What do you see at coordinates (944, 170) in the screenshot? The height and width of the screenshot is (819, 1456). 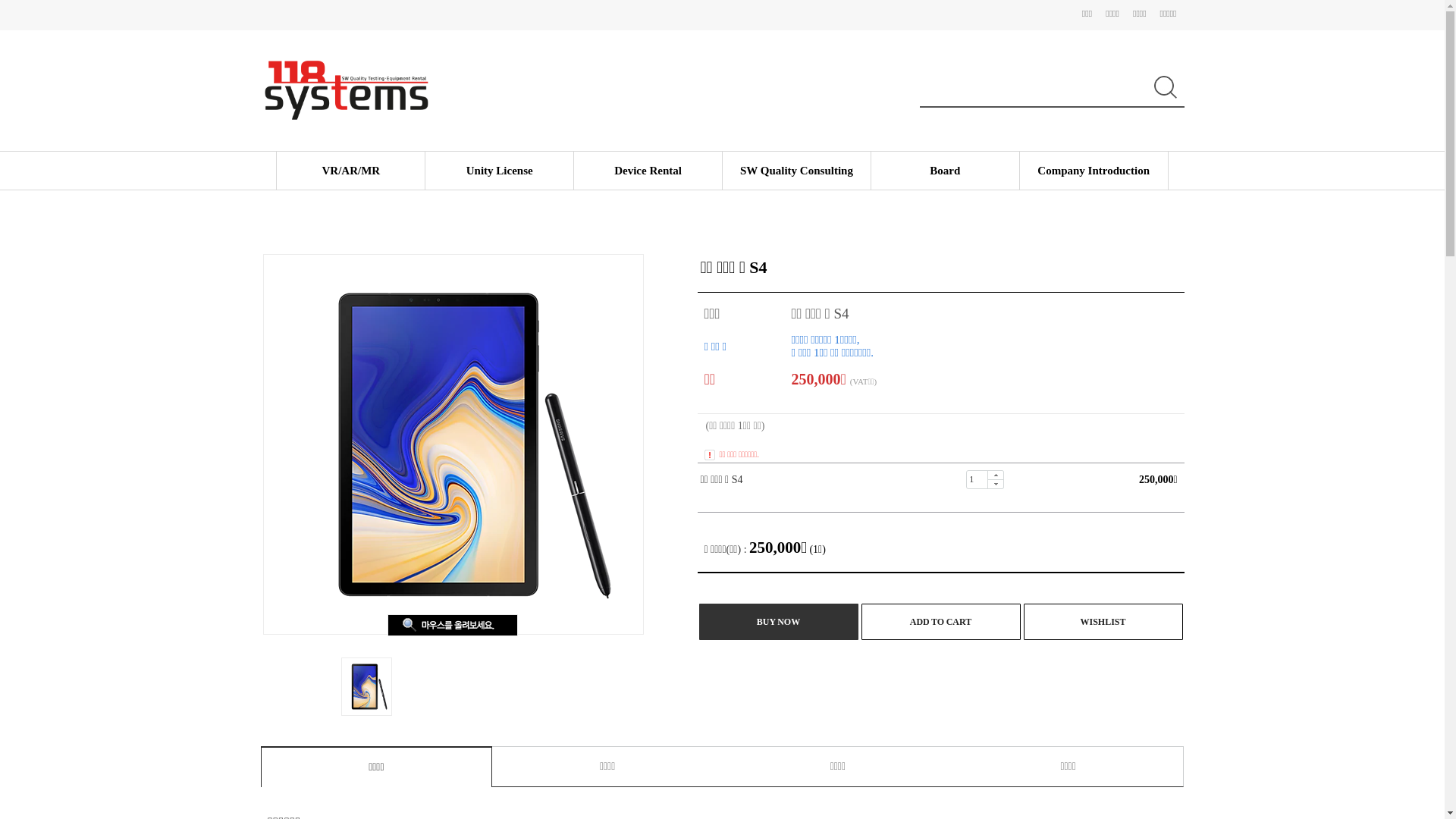 I see `'Board'` at bounding box center [944, 170].